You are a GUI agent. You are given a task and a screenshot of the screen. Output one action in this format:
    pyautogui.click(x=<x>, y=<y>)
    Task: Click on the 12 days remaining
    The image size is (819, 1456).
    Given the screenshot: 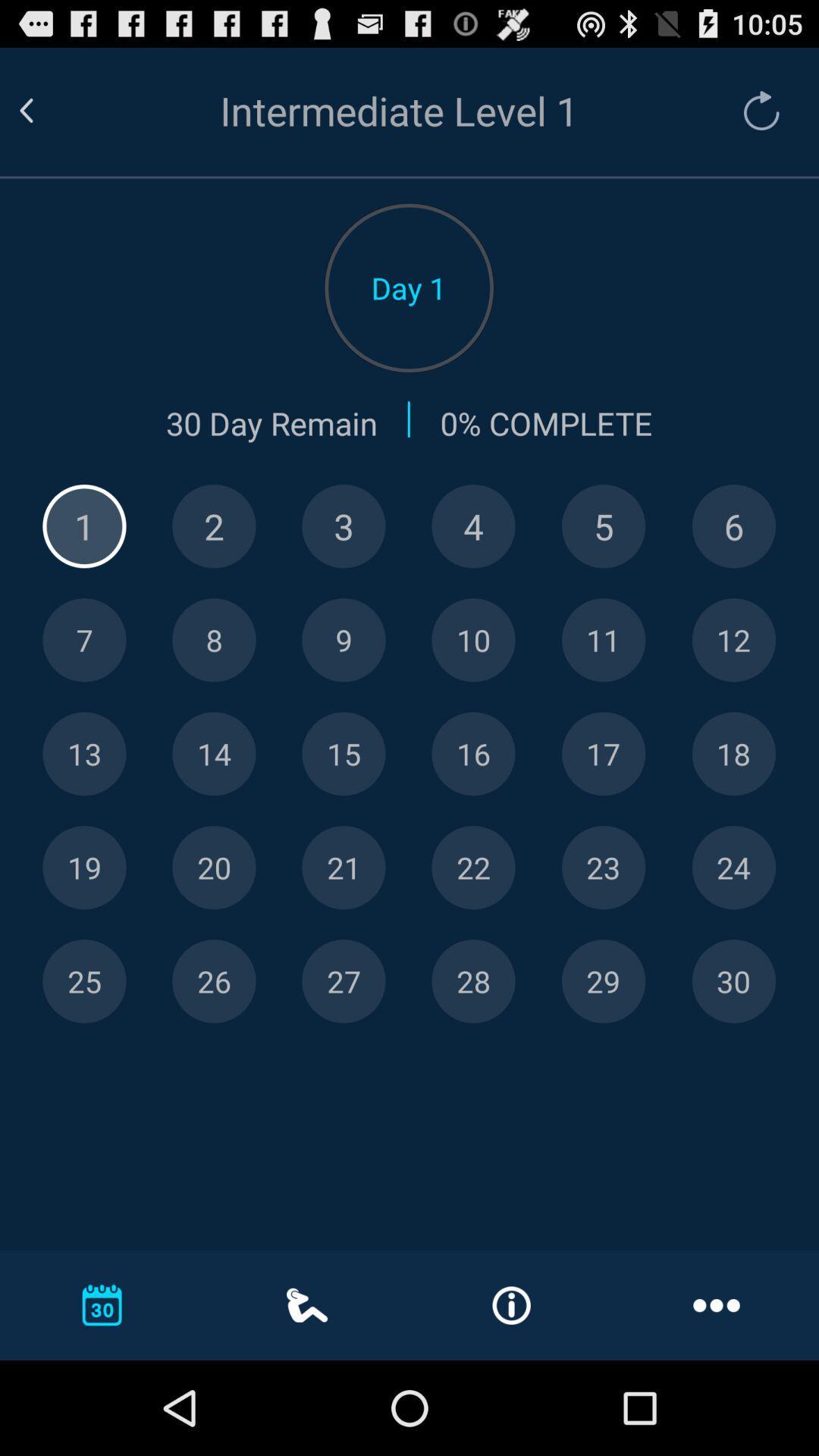 What is the action you would take?
    pyautogui.click(x=733, y=640)
    